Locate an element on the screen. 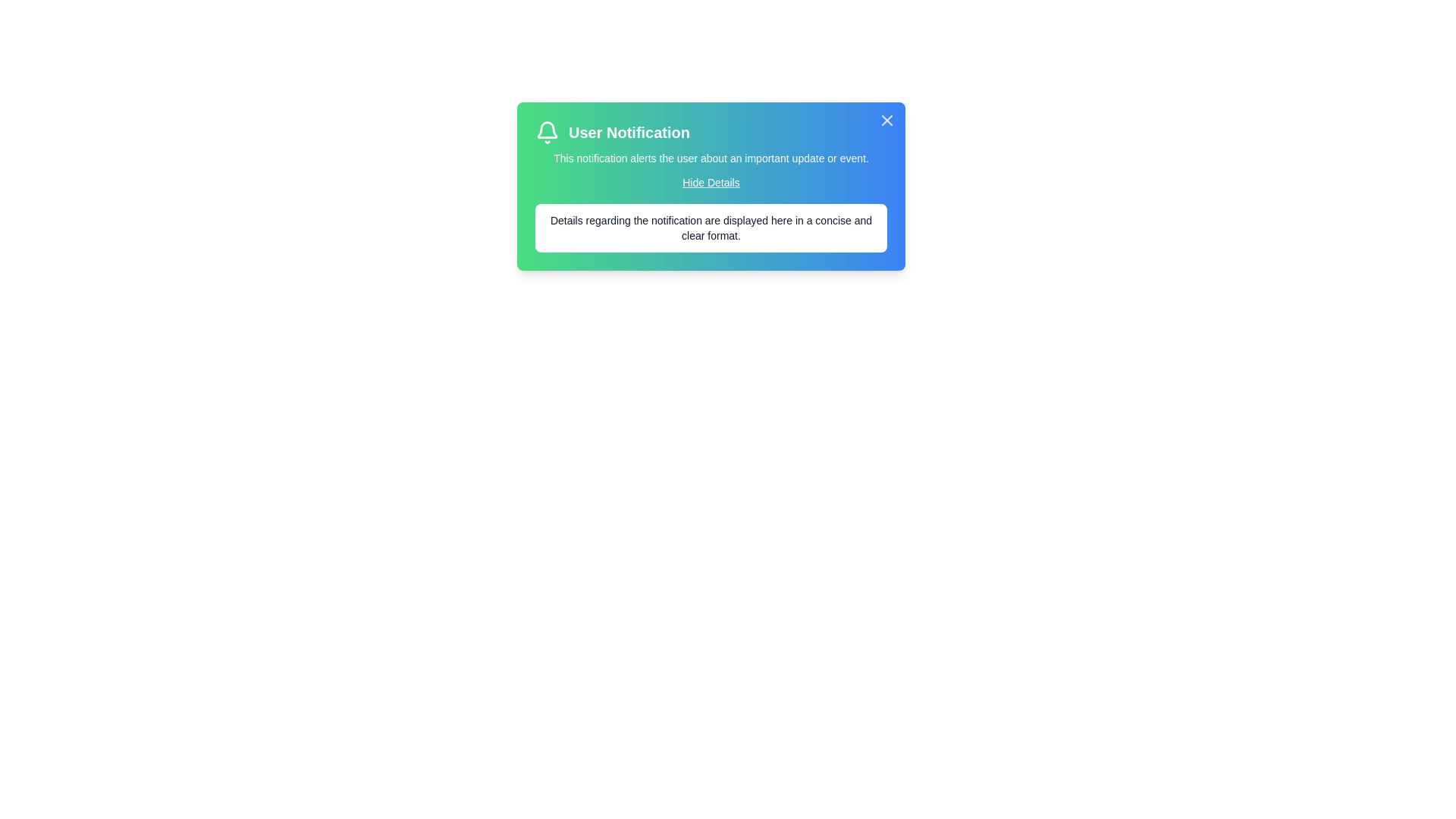 The width and height of the screenshot is (1456, 819). the 'Hide Details' button to toggle the visibility of additional notification details is located at coordinates (710, 181).